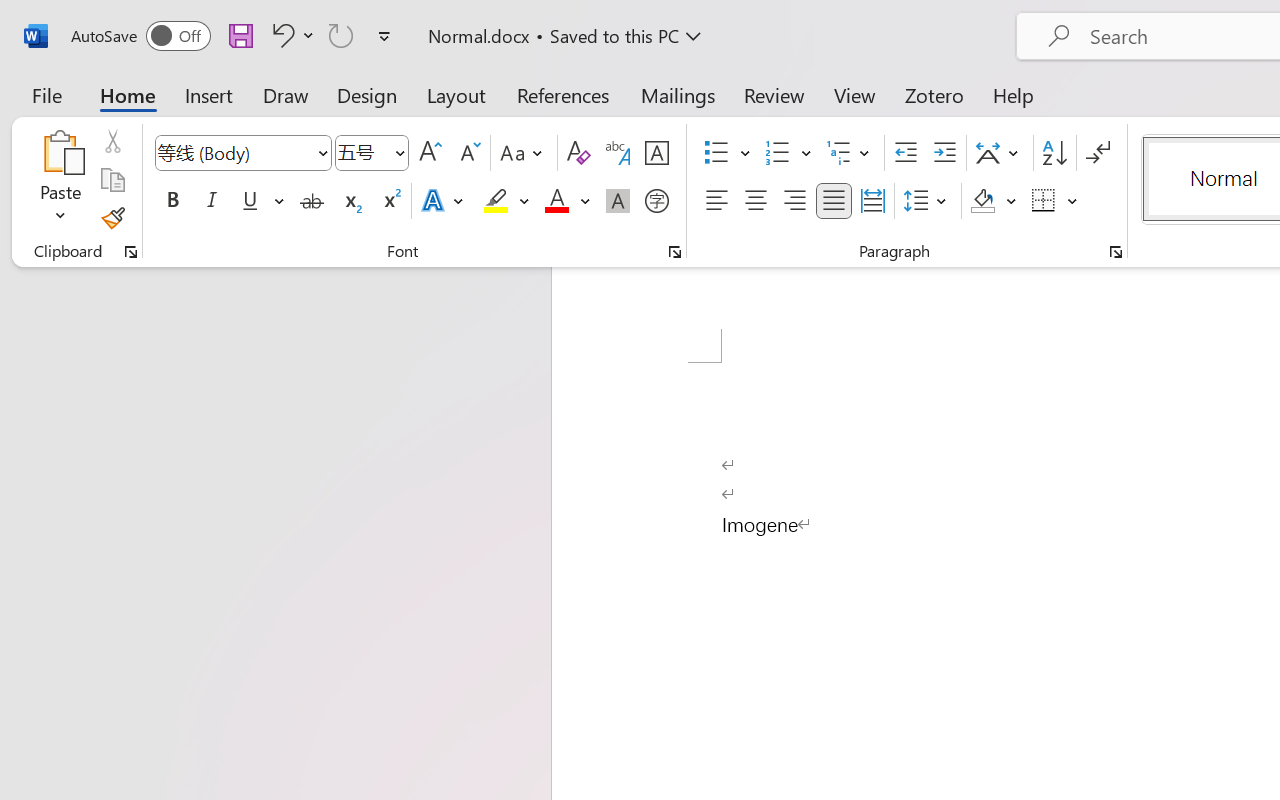 The width and height of the screenshot is (1280, 800). Describe the element at coordinates (943, 153) in the screenshot. I see `'Increase Indent'` at that location.